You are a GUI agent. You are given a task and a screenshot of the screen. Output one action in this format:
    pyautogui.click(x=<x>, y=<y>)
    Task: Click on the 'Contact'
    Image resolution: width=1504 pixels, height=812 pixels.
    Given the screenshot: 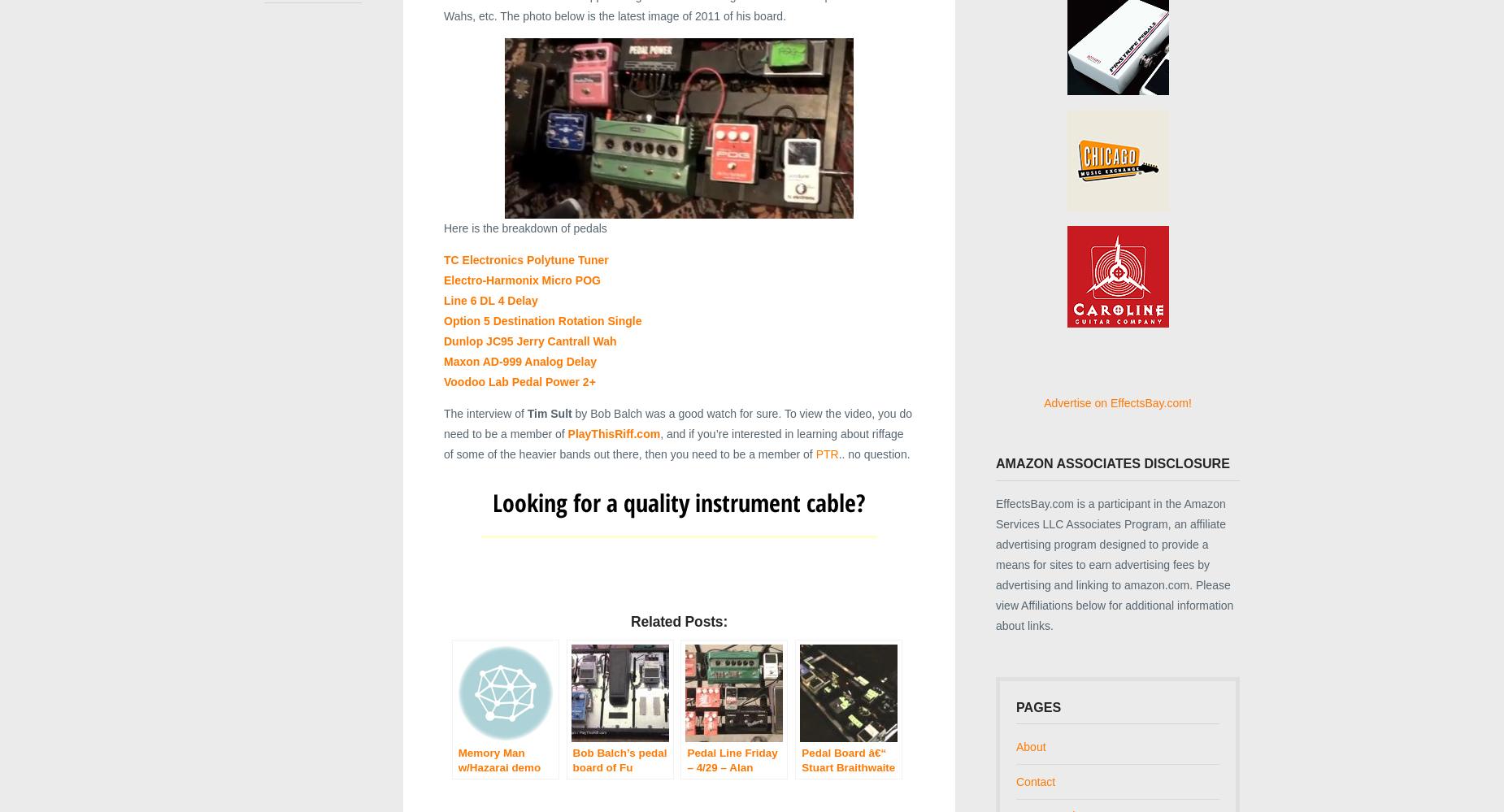 What is the action you would take?
    pyautogui.click(x=1015, y=780)
    